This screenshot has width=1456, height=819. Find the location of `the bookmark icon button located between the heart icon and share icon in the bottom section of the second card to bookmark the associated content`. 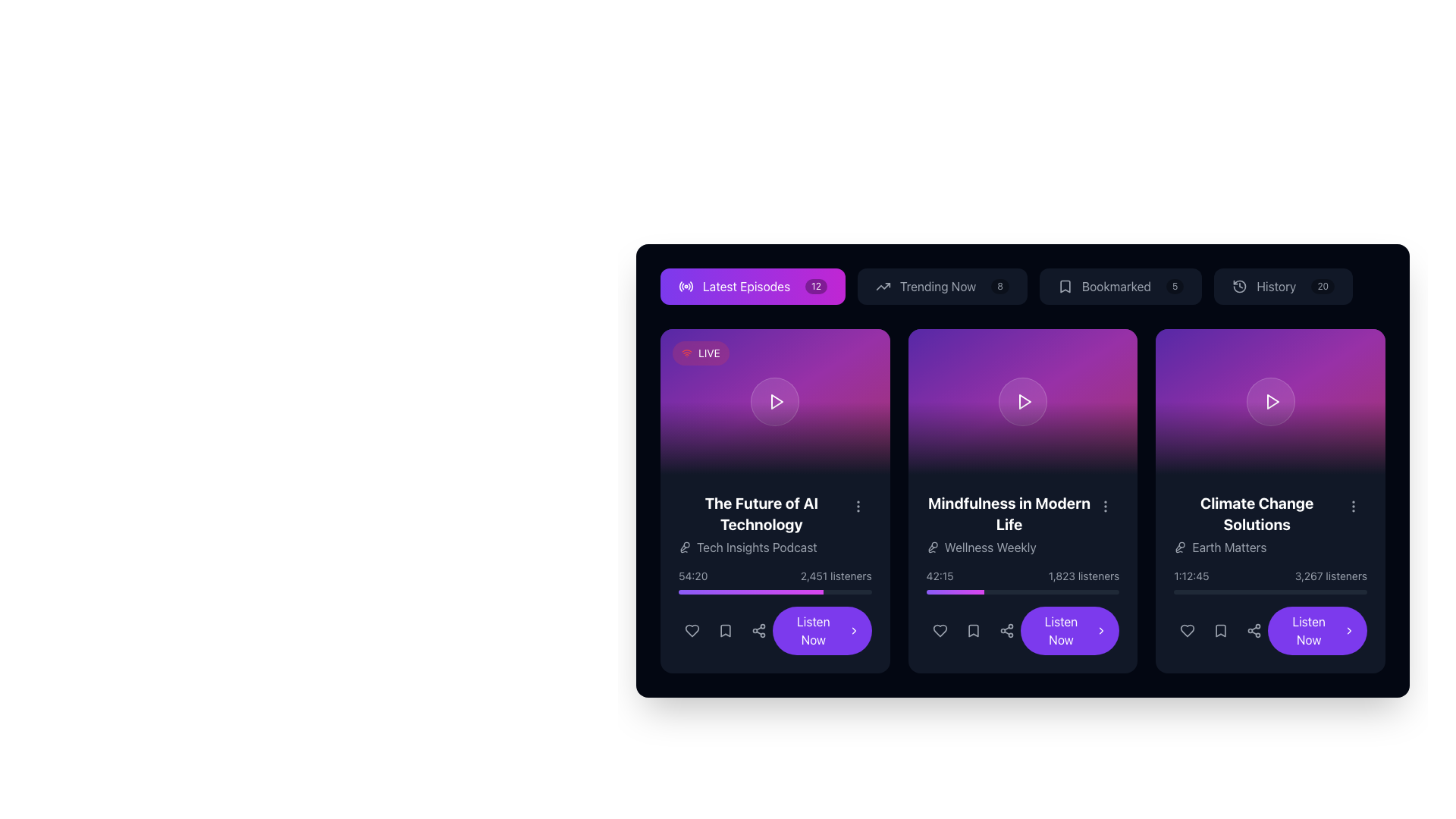

the bookmark icon button located between the heart icon and share icon in the bottom section of the second card to bookmark the associated content is located at coordinates (973, 631).